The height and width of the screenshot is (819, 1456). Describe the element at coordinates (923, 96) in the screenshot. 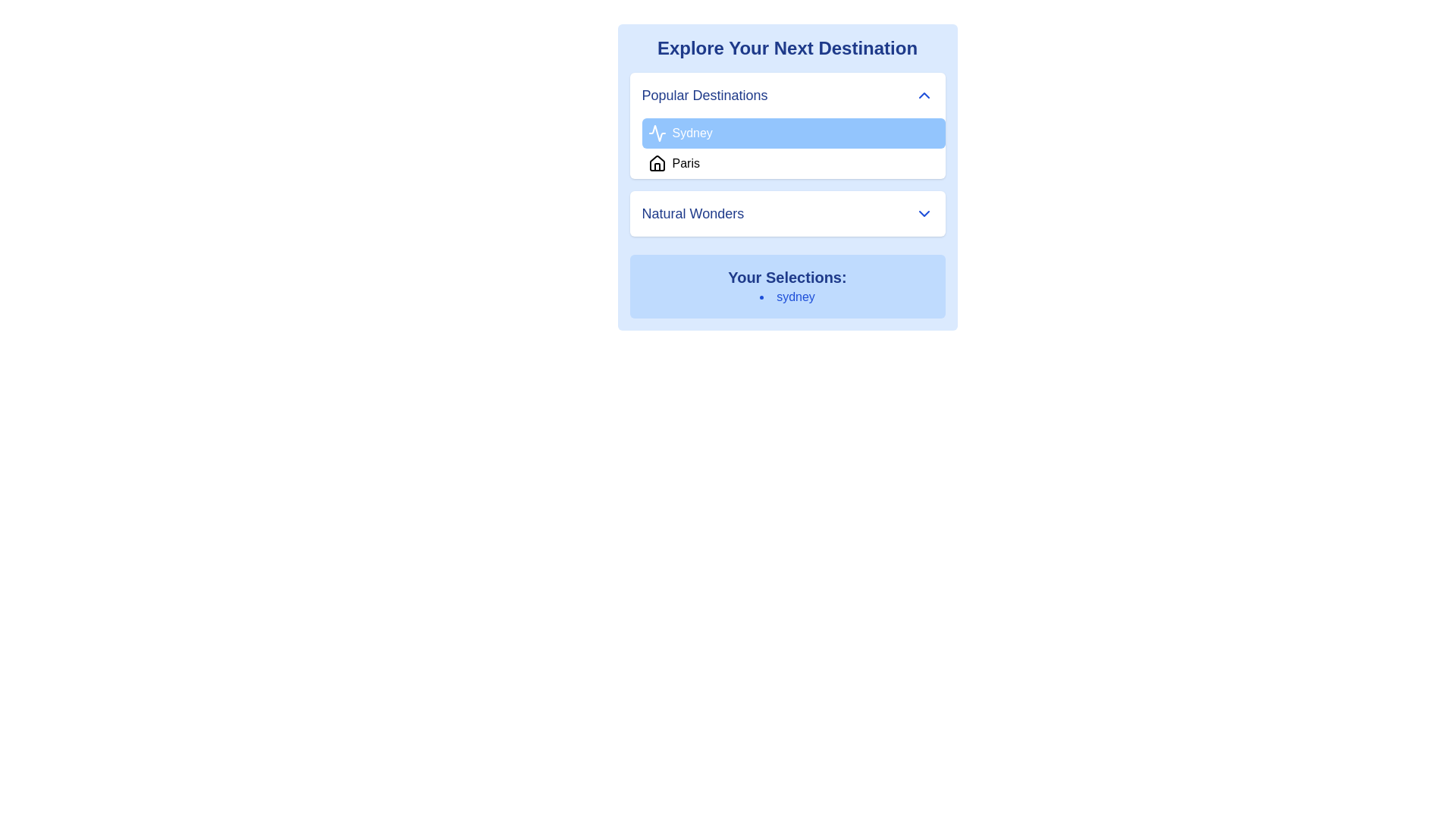

I see `the icon button located at the top-right corner of the 'Popular Destinations' dropdown header` at that location.